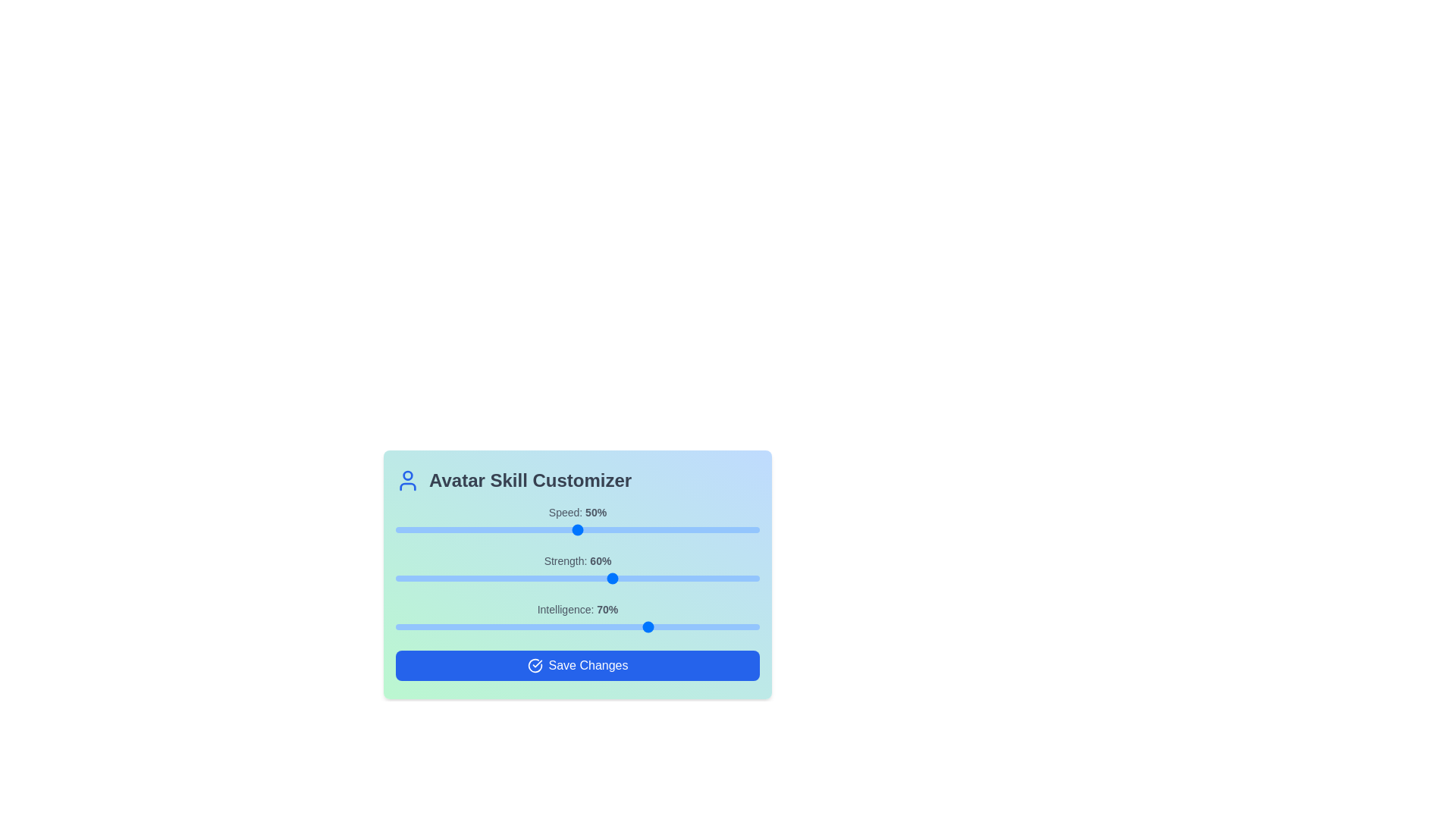 The height and width of the screenshot is (819, 1456). I want to click on the speed, so click(629, 529).